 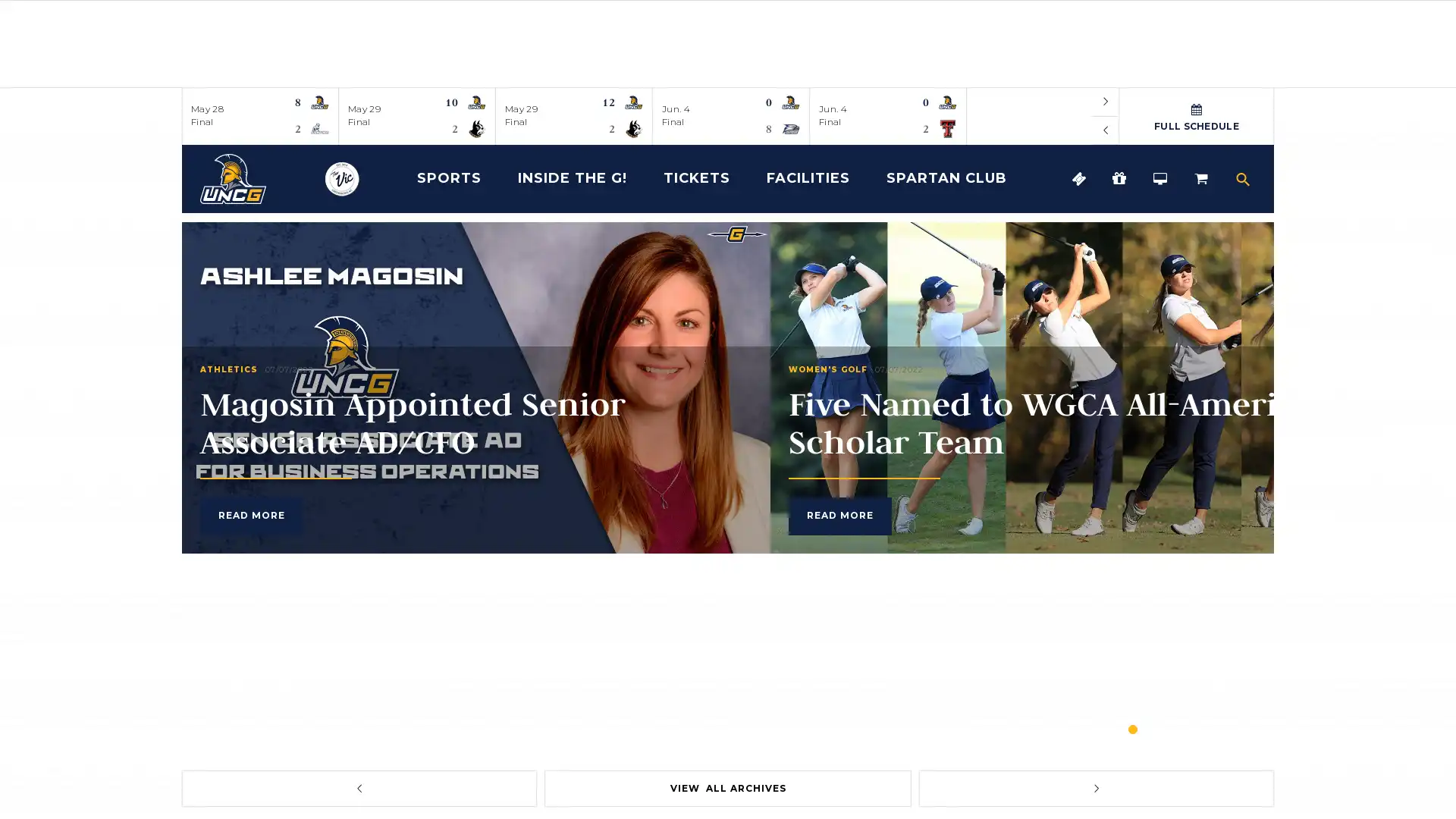 What do you see at coordinates (1132, 728) in the screenshot?
I see `Navigate to slide 1` at bounding box center [1132, 728].